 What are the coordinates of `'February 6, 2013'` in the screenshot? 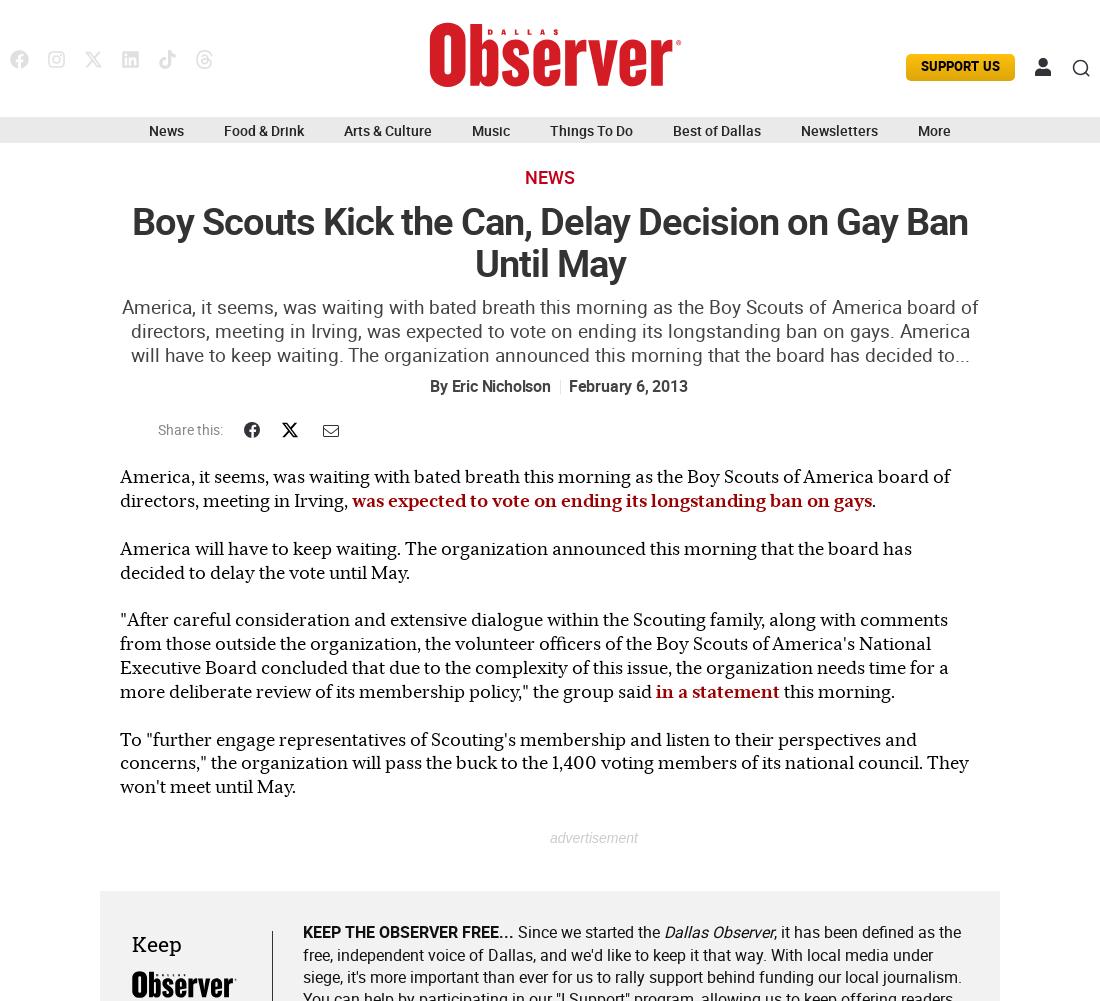 It's located at (627, 385).